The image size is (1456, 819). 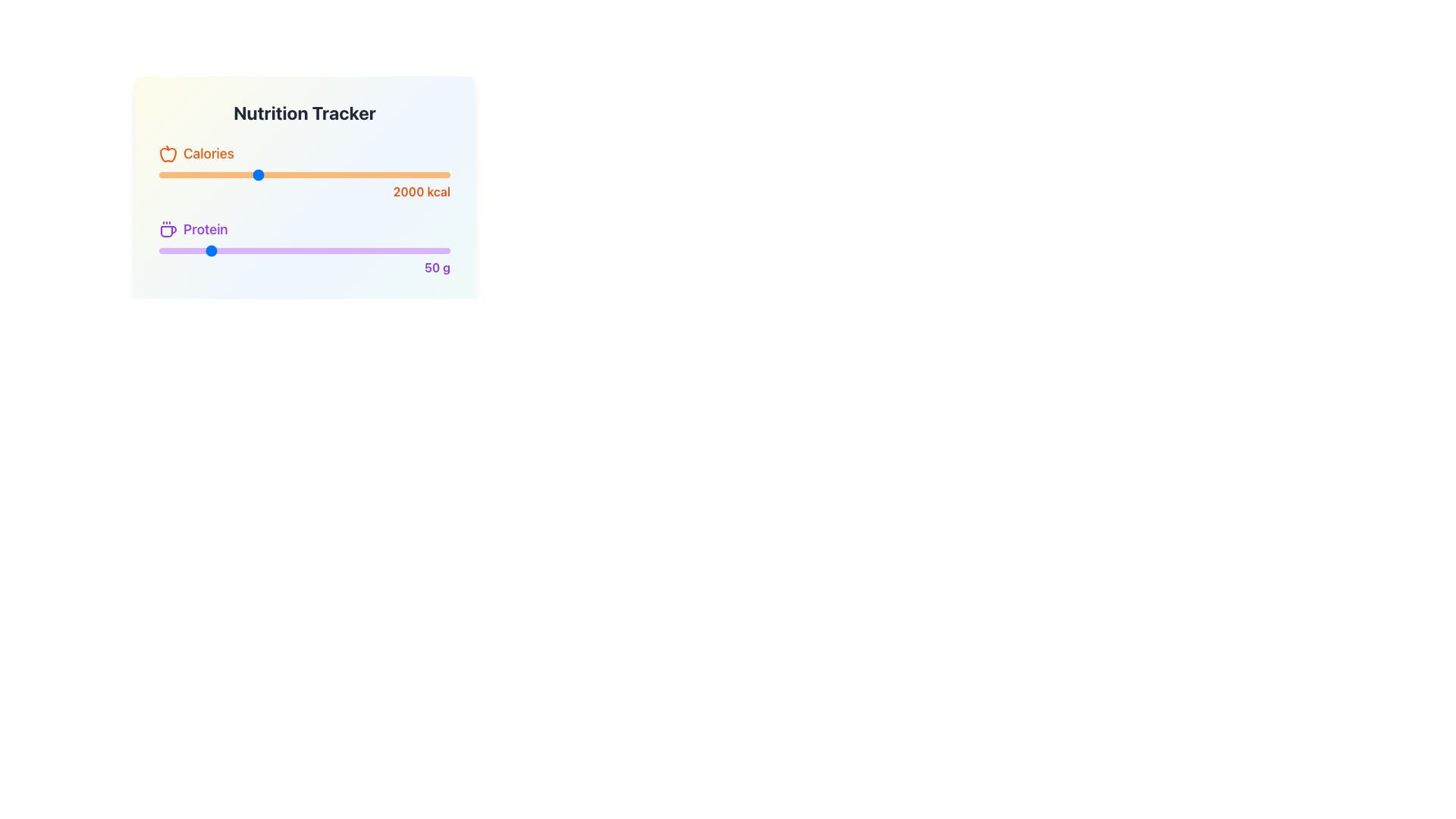 What do you see at coordinates (205, 230) in the screenshot?
I see `the text label indicating the protein intake tracker, which is located to the right of the coffee cup icon in the 'Protein' row of the nutrition tracker` at bounding box center [205, 230].